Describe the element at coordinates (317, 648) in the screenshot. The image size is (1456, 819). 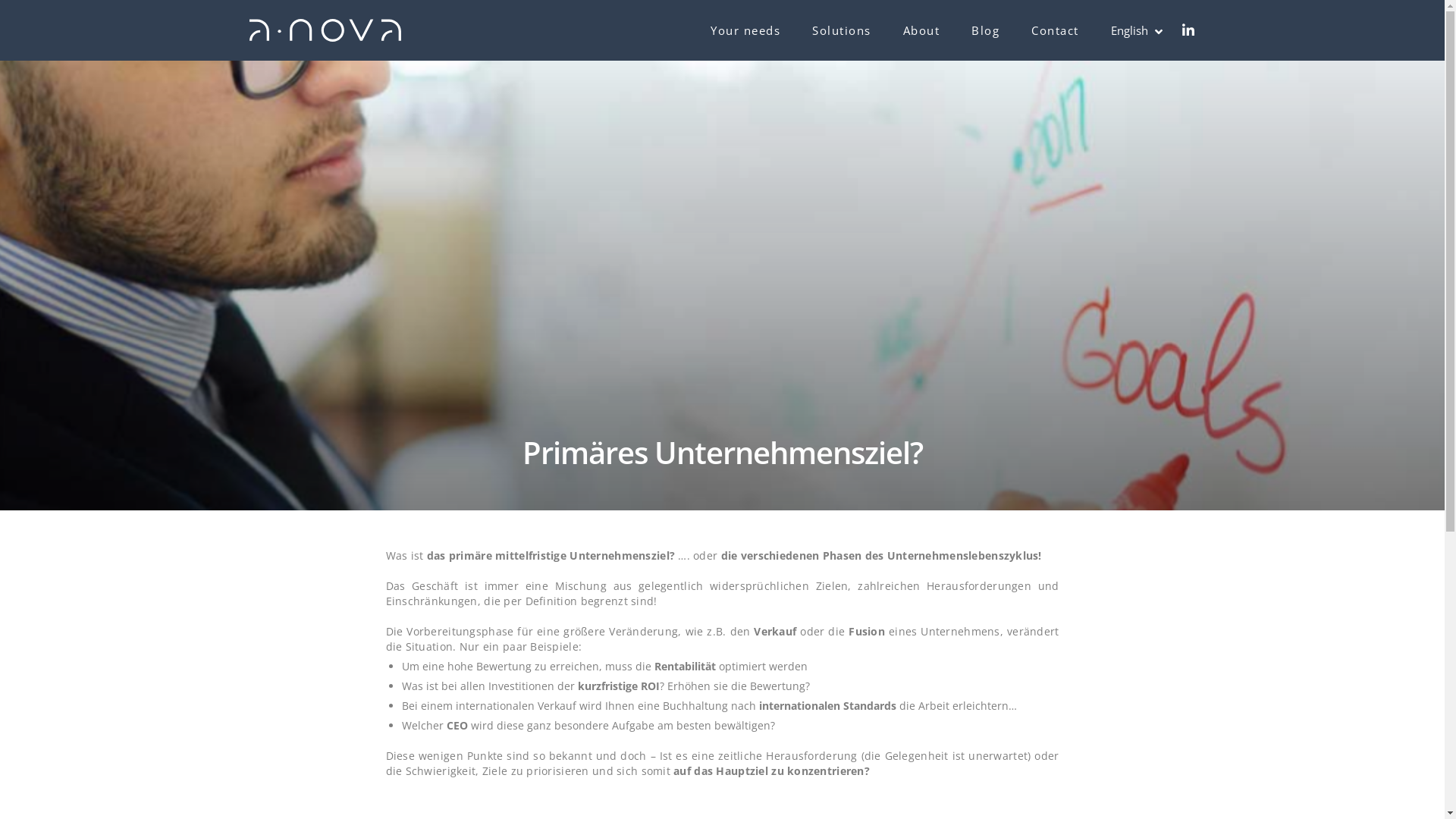
I see `'info@a-nova.ch'` at that location.